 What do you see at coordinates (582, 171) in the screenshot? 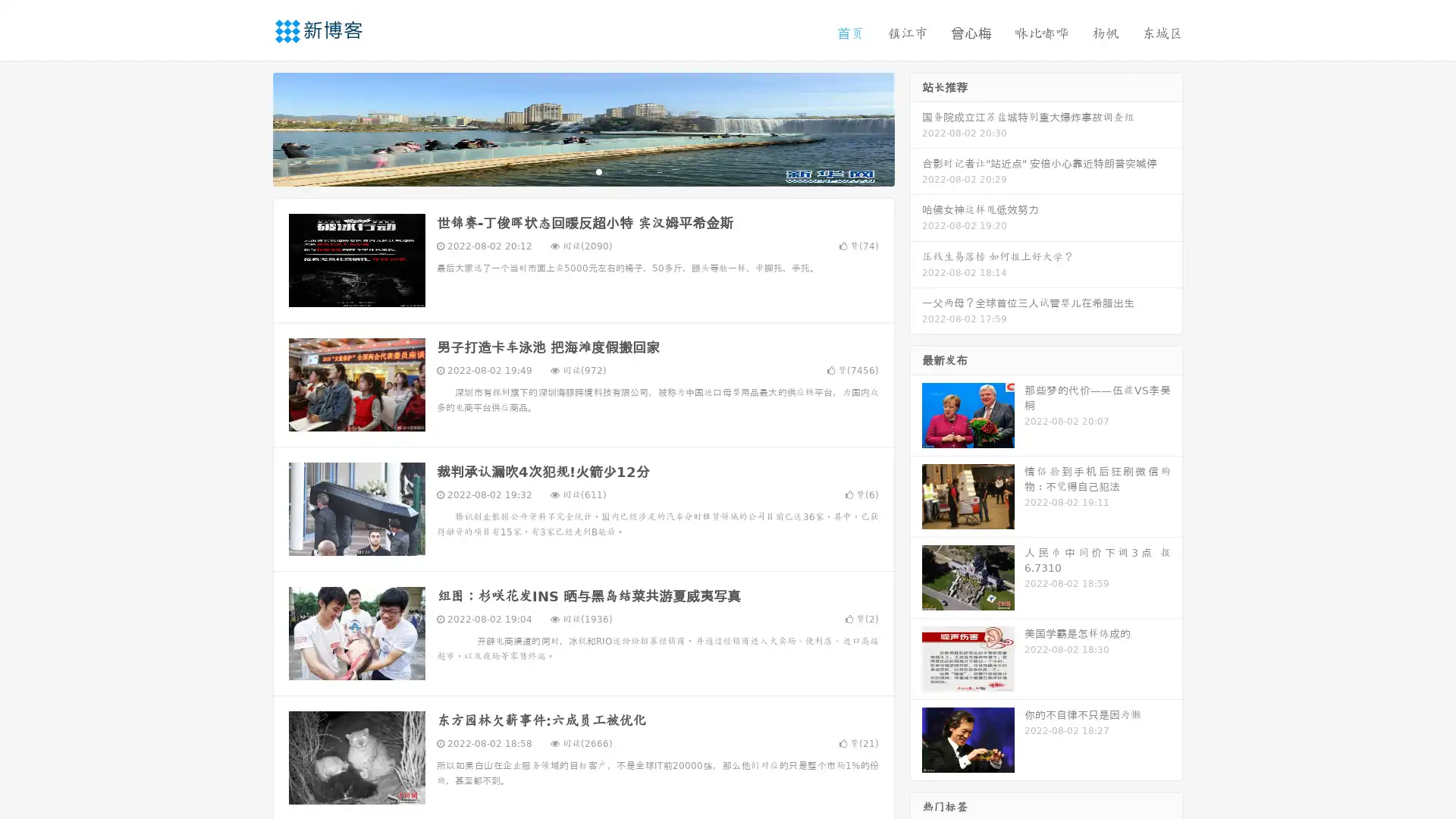
I see `Go to slide 2` at bounding box center [582, 171].